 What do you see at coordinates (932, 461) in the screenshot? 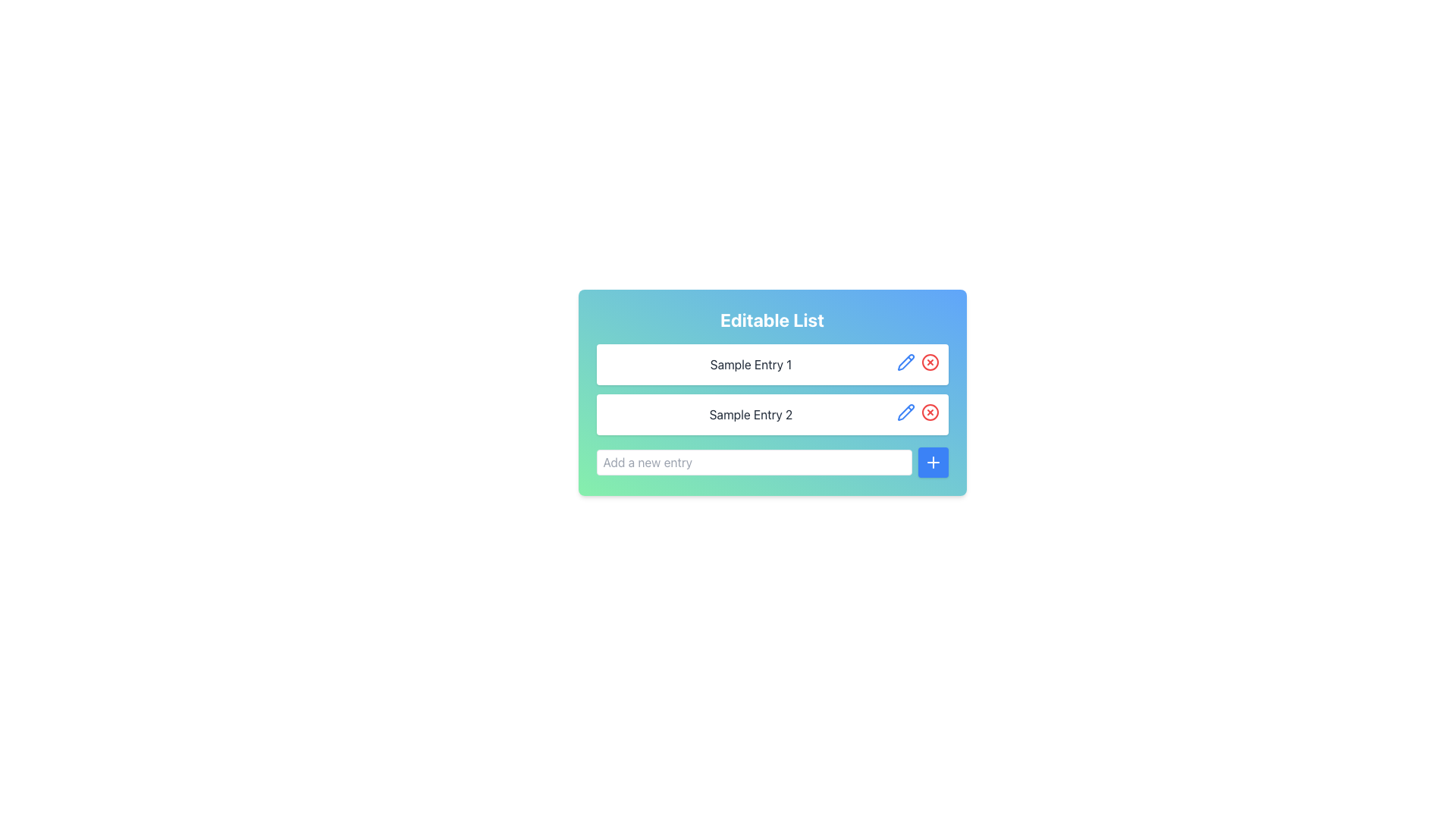
I see `the 'Add a new entry' button located to the right of the corresponding text input field` at bounding box center [932, 461].